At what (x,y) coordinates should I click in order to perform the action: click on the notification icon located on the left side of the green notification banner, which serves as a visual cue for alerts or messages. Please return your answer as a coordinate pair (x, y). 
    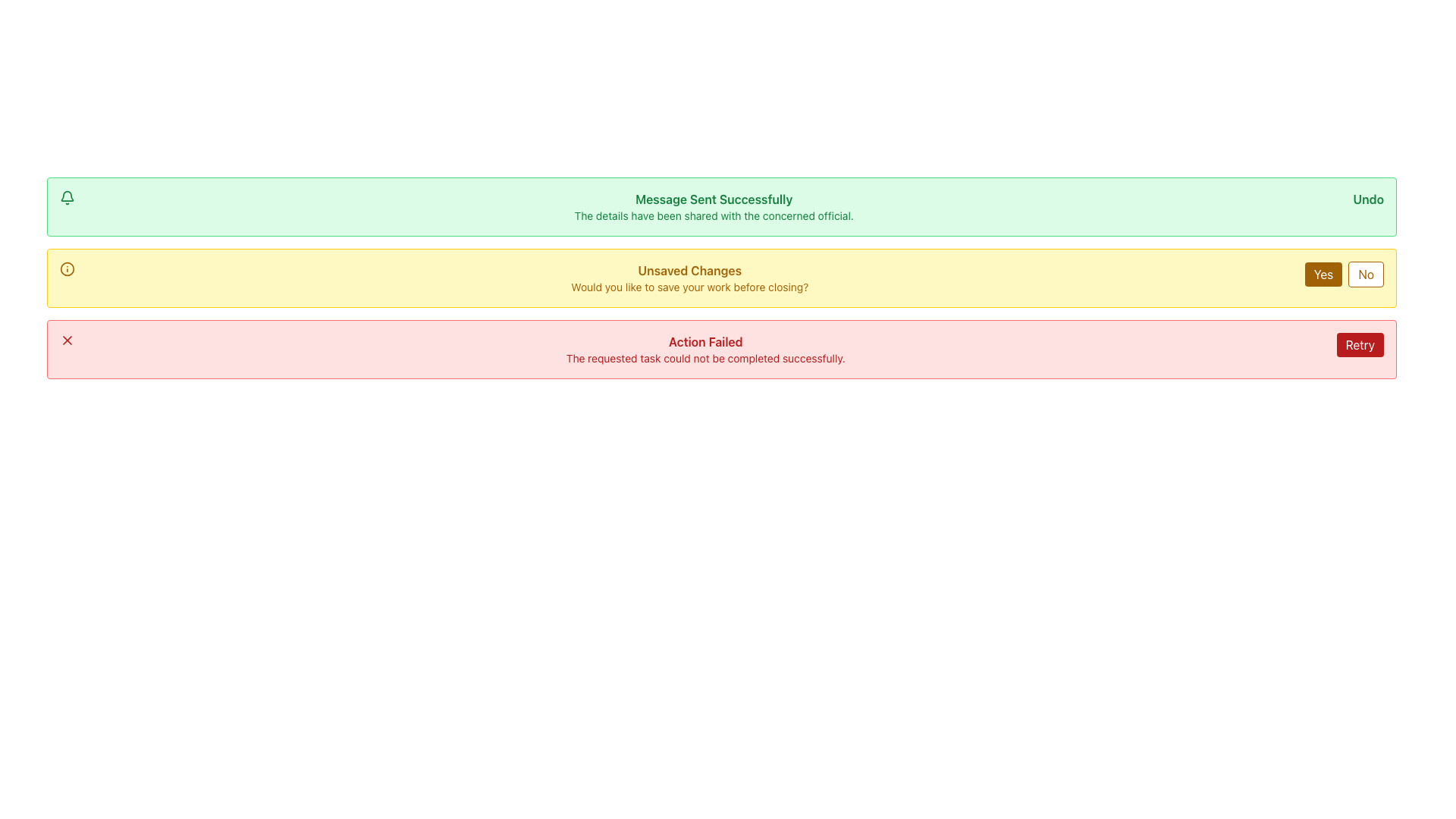
    Looking at the image, I should click on (67, 195).